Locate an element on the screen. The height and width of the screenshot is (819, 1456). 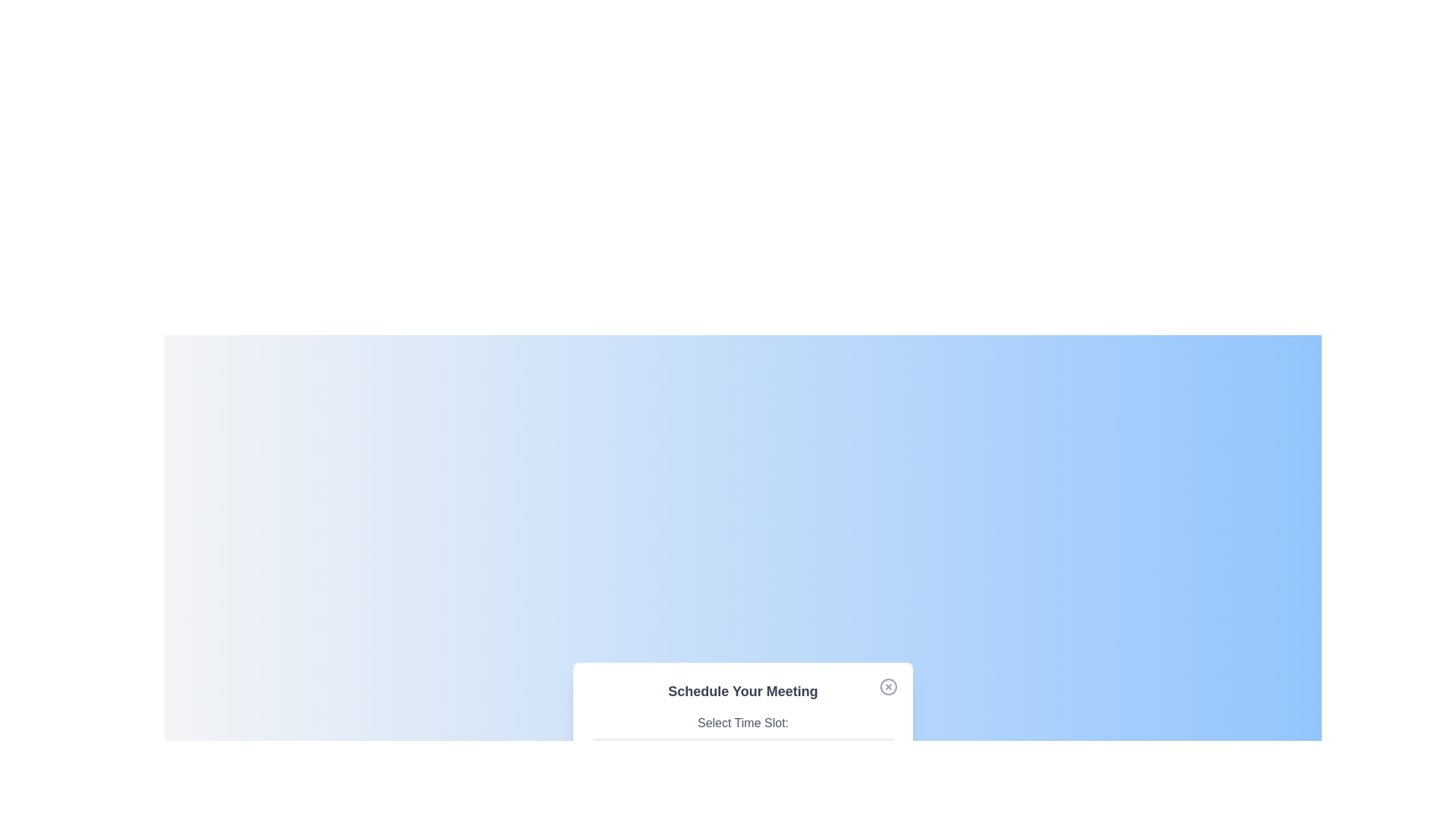
the time slot 10:00 AM from the dropdown menu is located at coordinates (742, 752).